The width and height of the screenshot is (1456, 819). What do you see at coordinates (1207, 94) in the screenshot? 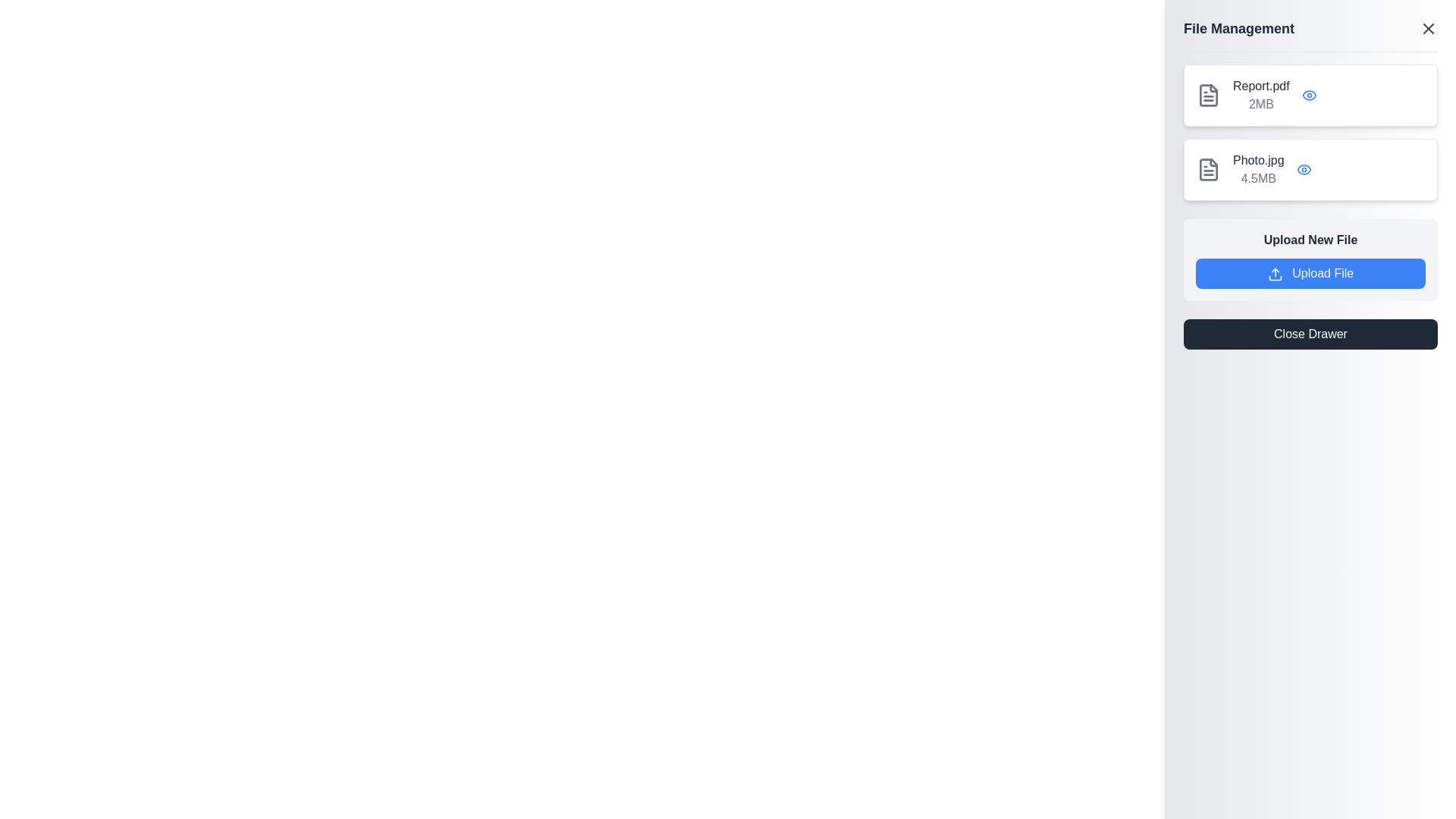
I see `the file icon representing 'Report.pdf', which is styled in gray and located on the far right side of the interface` at bounding box center [1207, 94].